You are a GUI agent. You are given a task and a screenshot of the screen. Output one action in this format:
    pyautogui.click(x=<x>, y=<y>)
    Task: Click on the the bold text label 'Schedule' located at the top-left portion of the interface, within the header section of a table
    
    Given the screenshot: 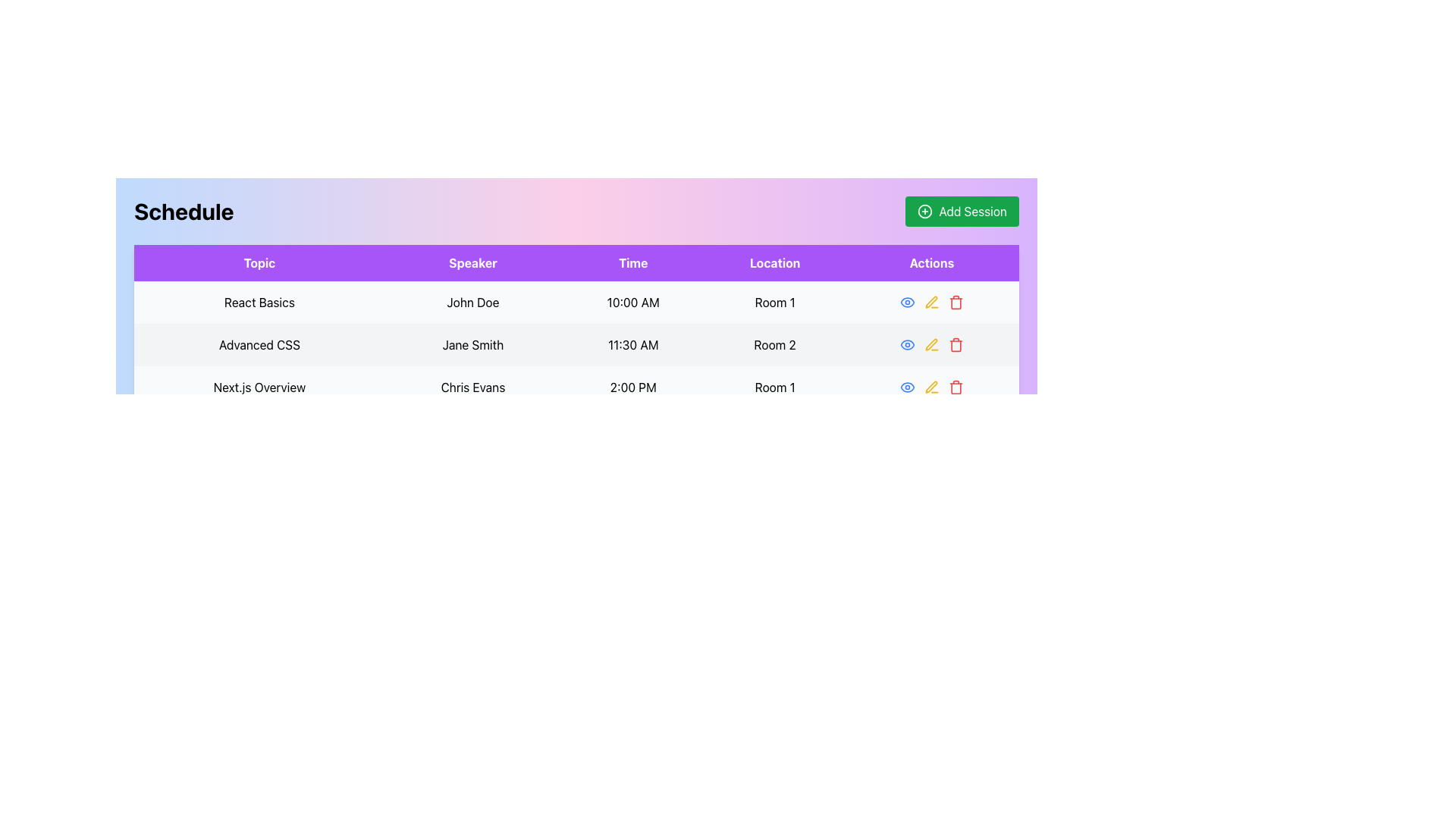 What is the action you would take?
    pyautogui.click(x=183, y=211)
    